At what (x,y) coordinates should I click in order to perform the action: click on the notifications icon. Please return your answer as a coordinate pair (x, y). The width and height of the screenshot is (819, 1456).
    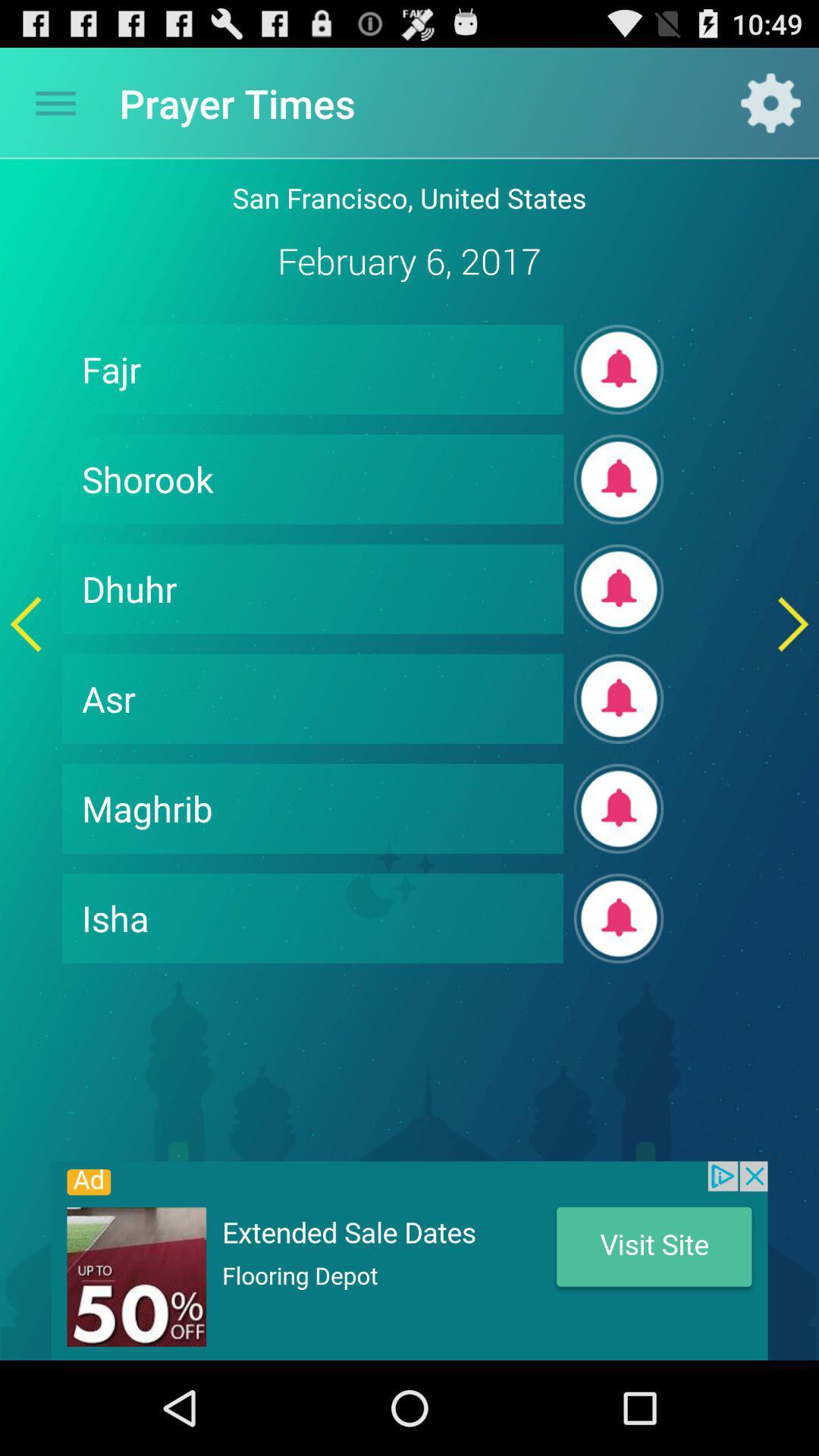
    Looking at the image, I should click on (619, 748).